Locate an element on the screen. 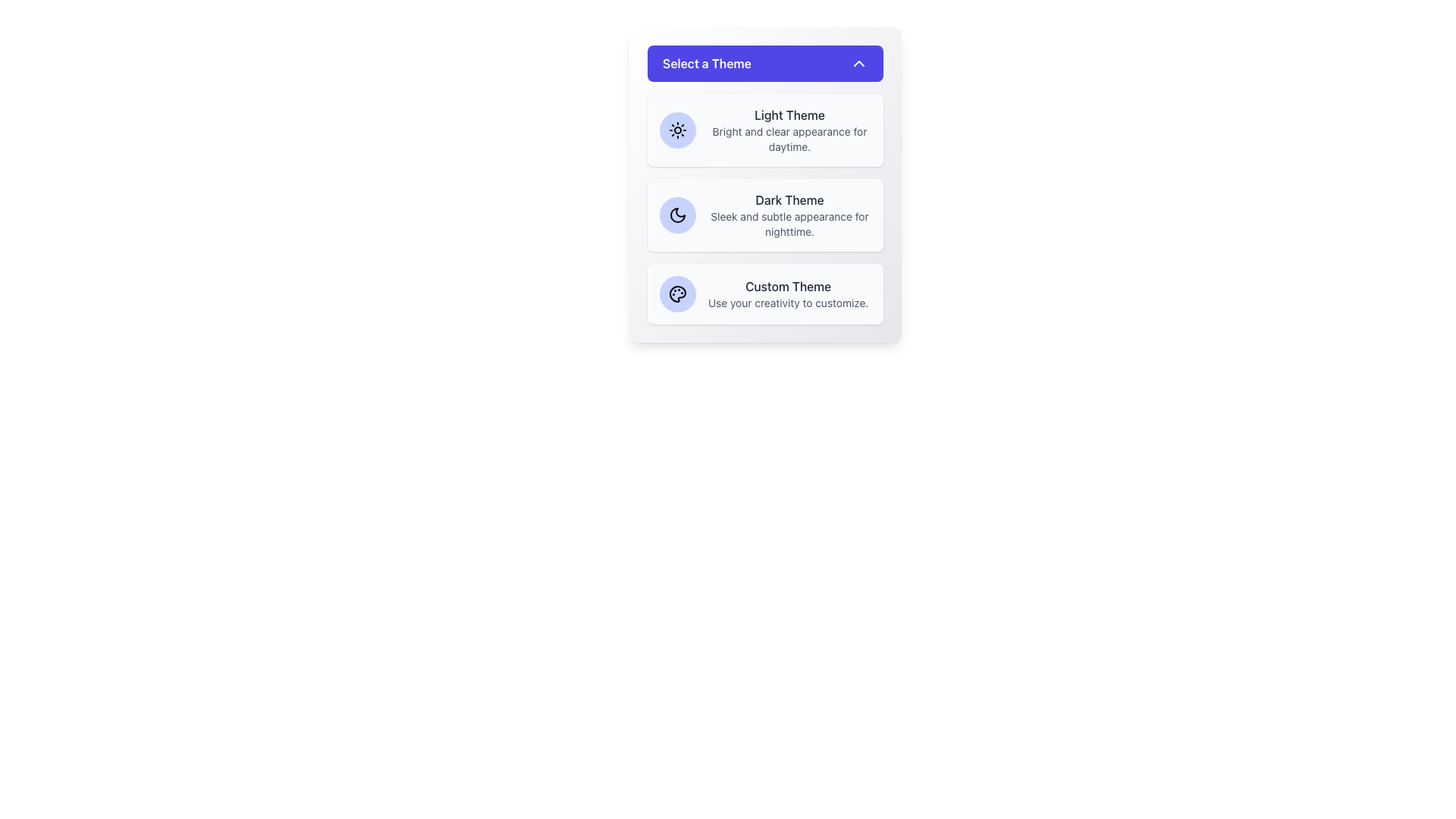 The width and height of the screenshot is (1456, 819). the sun icon representing the light theme selection in the theme picker dropdown menu, located at the top of the theme options list is located at coordinates (676, 130).